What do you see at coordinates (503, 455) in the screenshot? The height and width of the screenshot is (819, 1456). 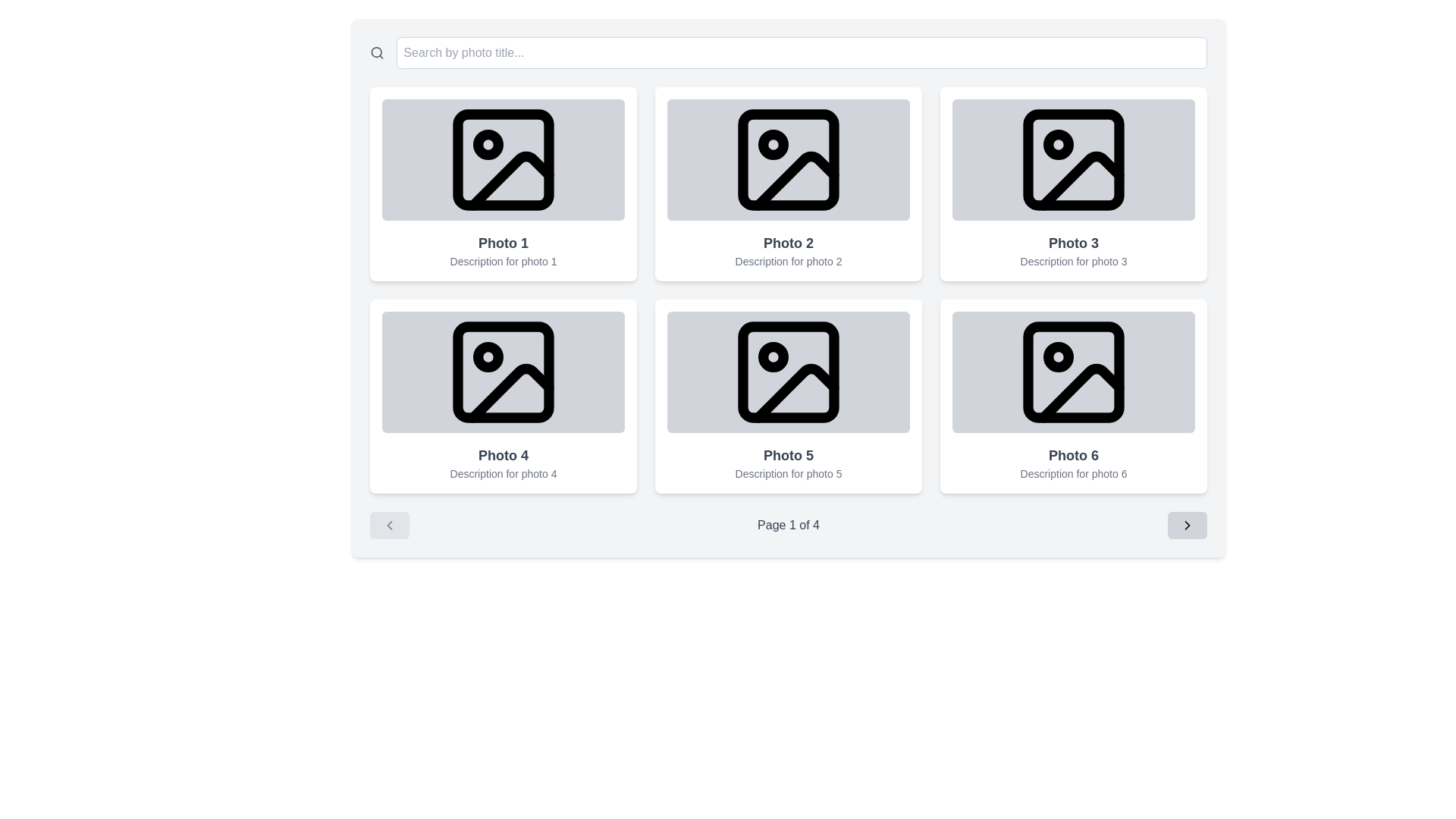 I see `the title text label located in the leftmost card of the second row, positioned below the image placeholder` at bounding box center [503, 455].